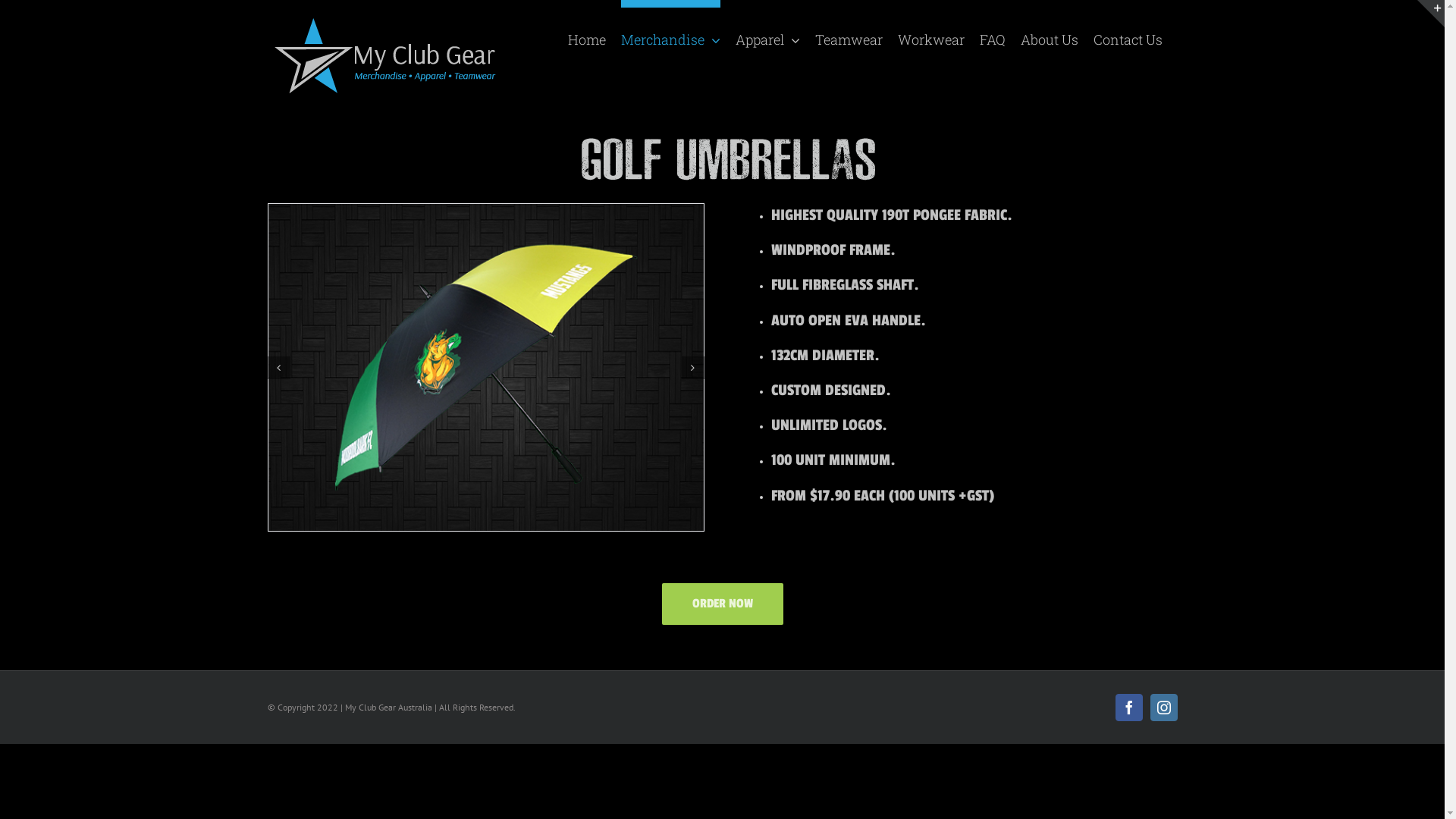 Image resolution: width=1456 pixels, height=819 pixels. I want to click on 'Instagram', so click(1163, 708).